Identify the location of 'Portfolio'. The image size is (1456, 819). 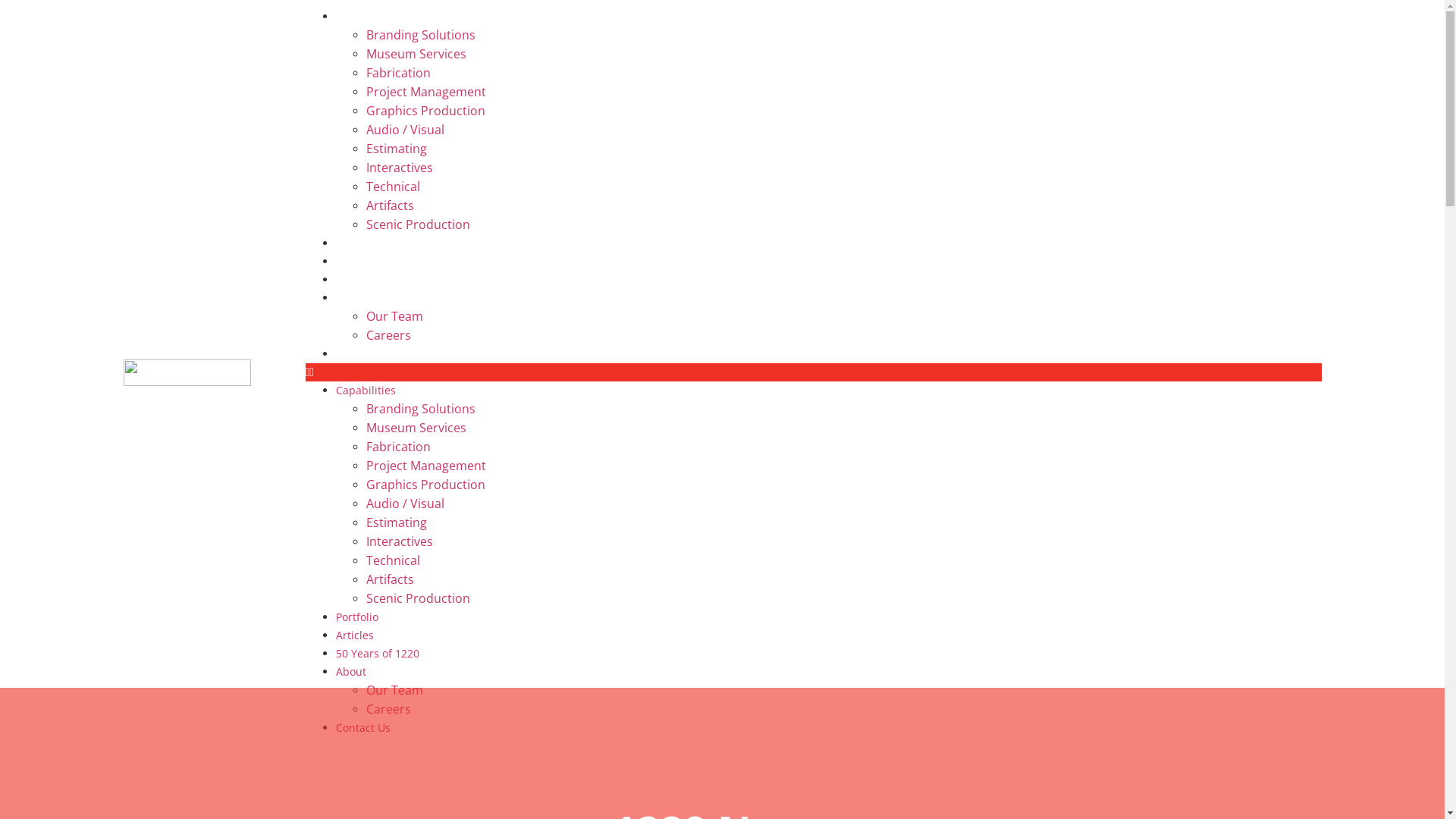
(356, 617).